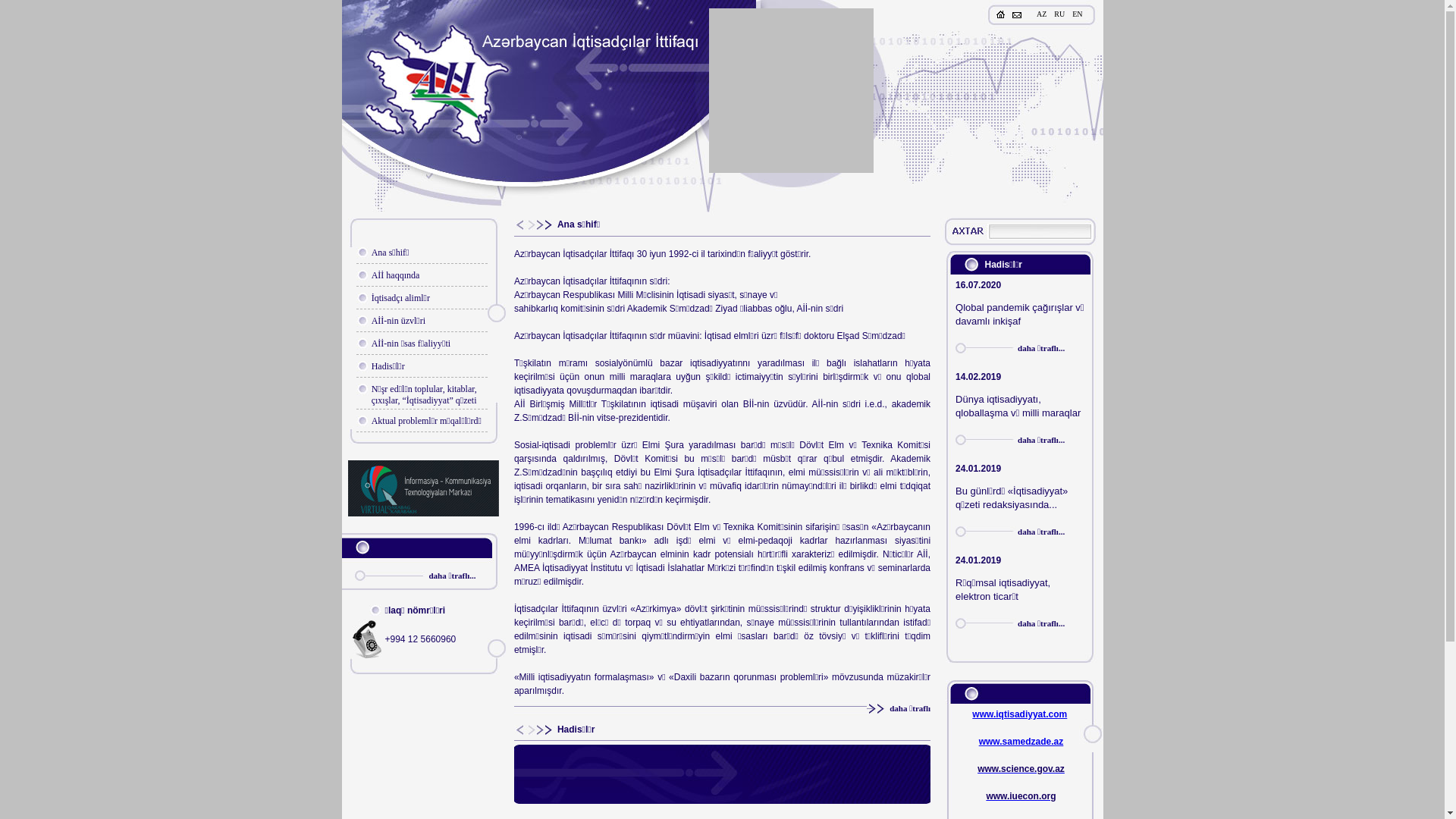 This screenshot has width=1456, height=819. I want to click on 'AZ', so click(1040, 14).